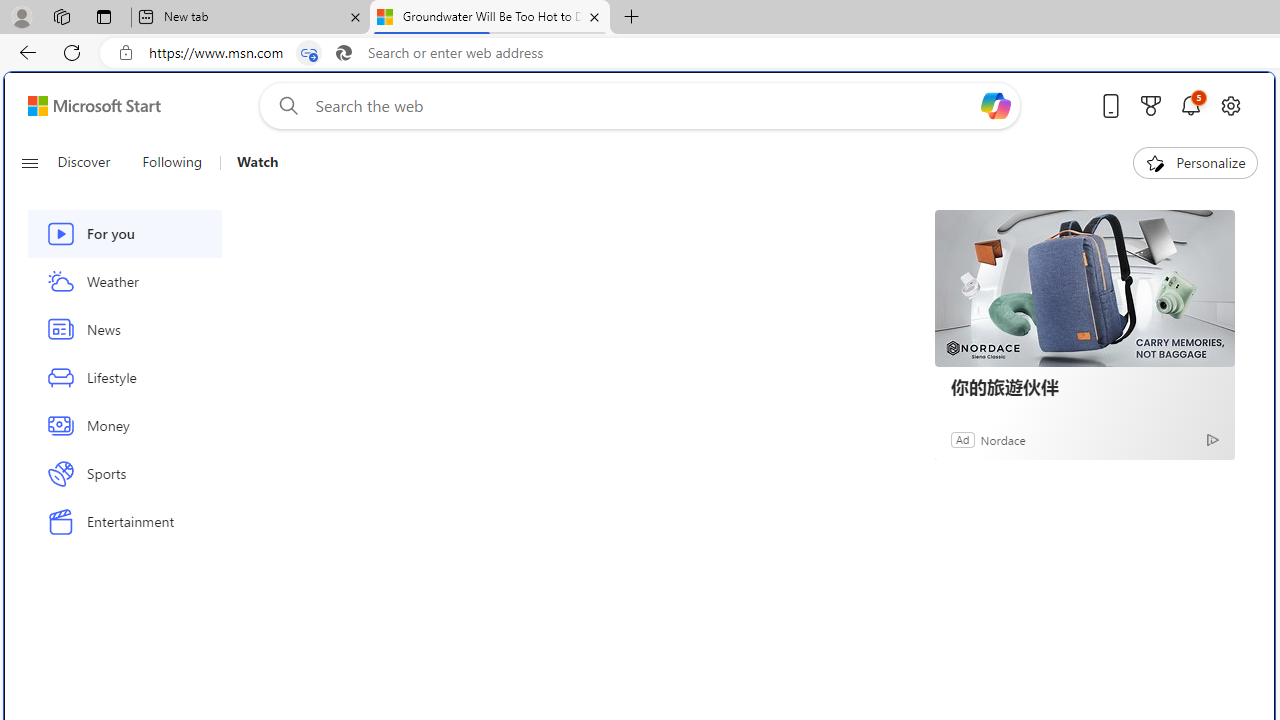  I want to click on 'Skip to footer', so click(81, 105).